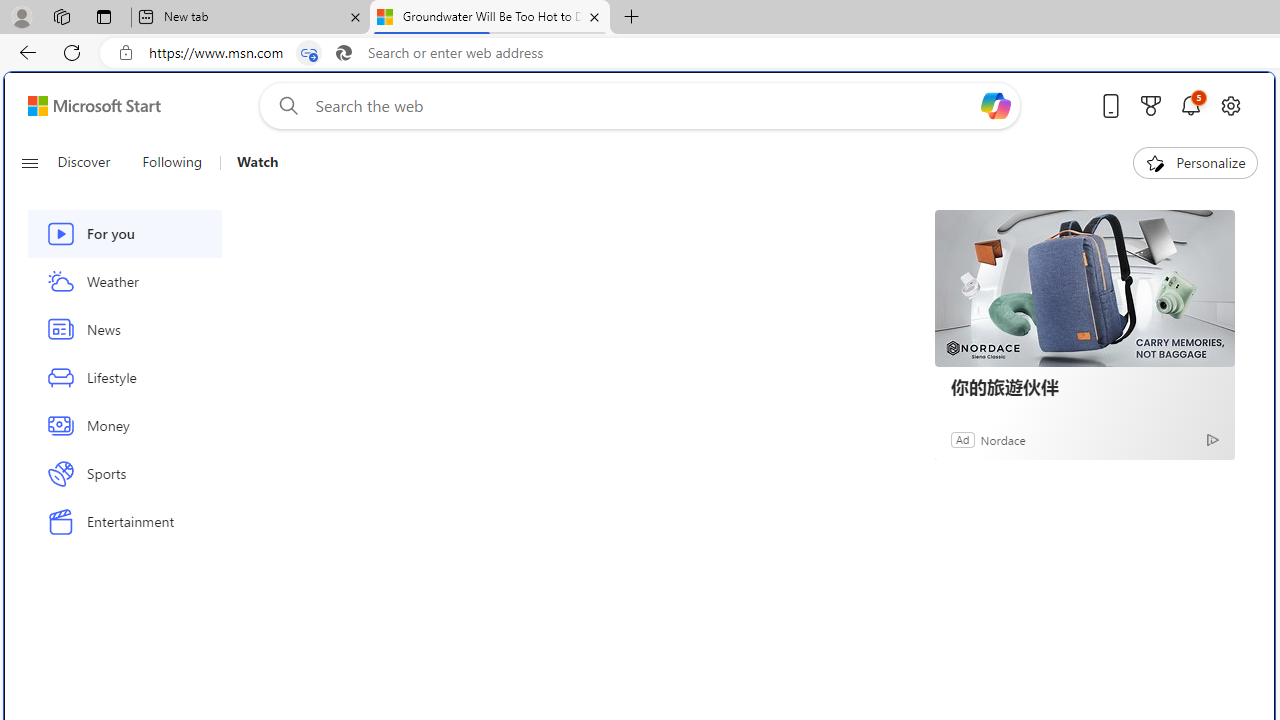  I want to click on 'Skip to footer', so click(81, 105).